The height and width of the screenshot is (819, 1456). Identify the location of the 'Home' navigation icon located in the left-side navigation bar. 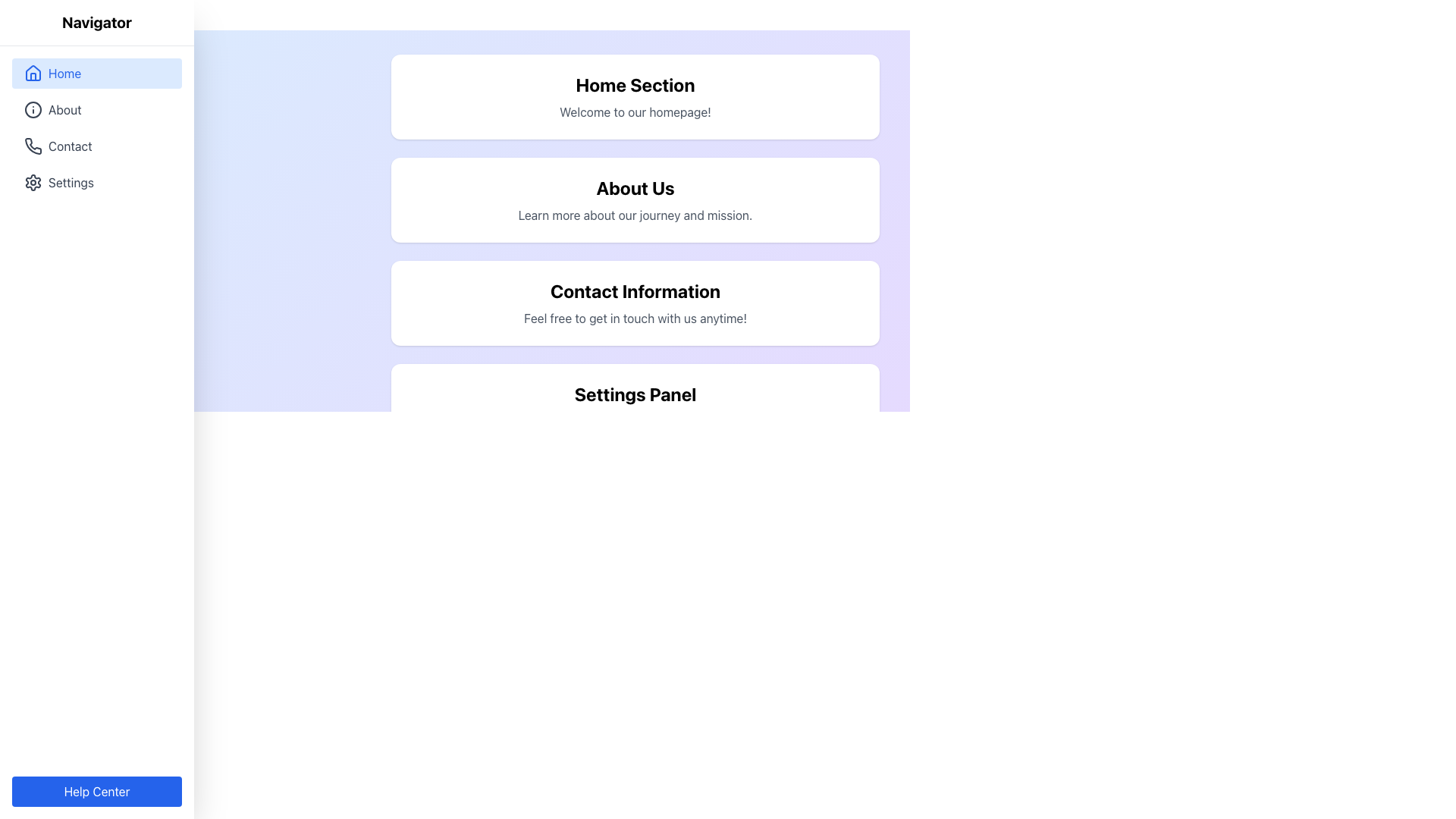
(33, 73).